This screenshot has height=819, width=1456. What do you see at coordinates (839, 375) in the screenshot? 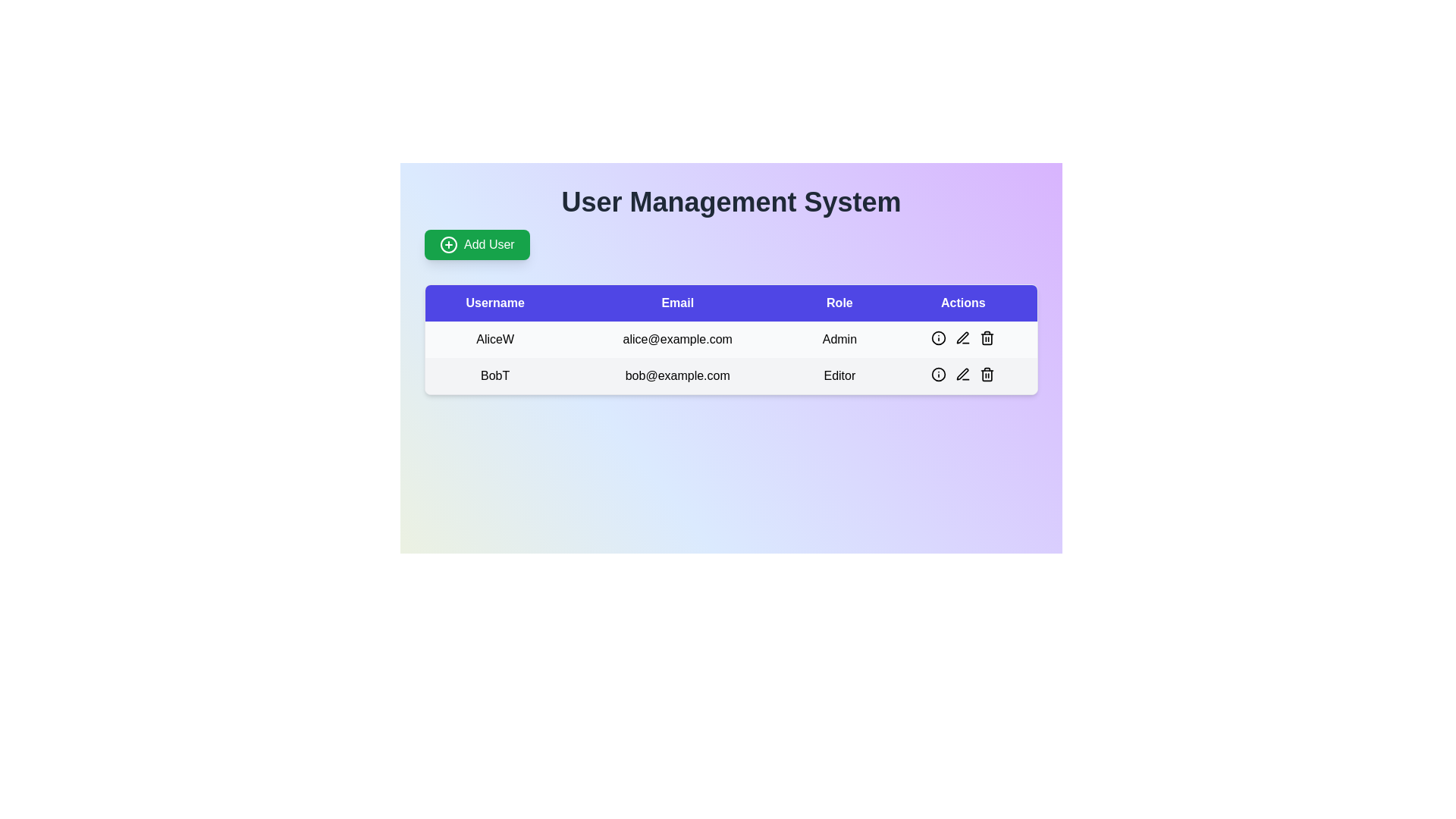
I see `the 'Editor' text label in the third column of the second row of the table to trigger a tooltip or highlight` at bounding box center [839, 375].